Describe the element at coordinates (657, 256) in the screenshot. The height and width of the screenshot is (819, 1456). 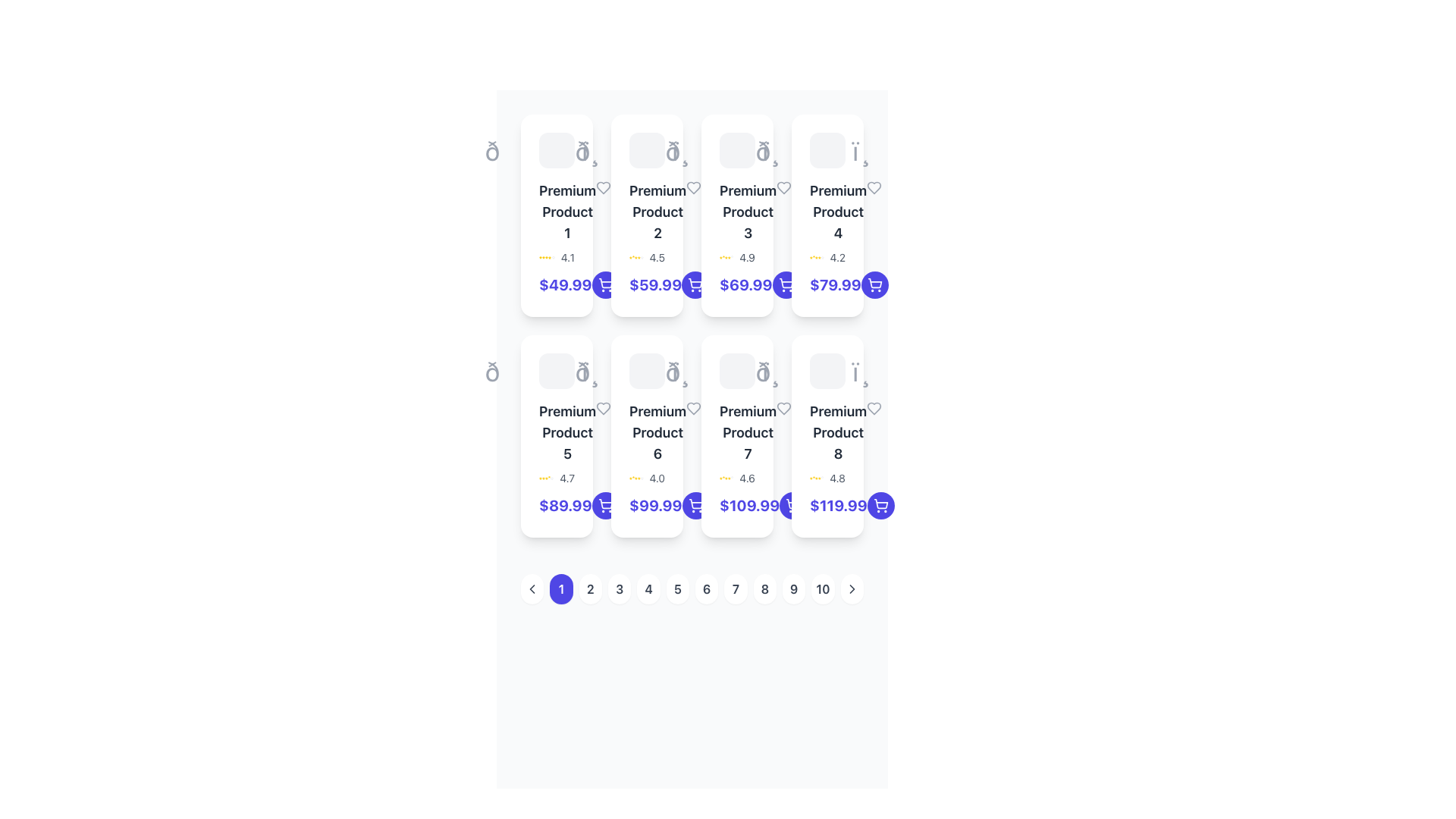
I see `numeric rating value '4.5' displayed in a small-sized gray font, located in the second product card in the top row, centrally aligned below the product's name and above its price label, next to the yellow star icons` at that location.